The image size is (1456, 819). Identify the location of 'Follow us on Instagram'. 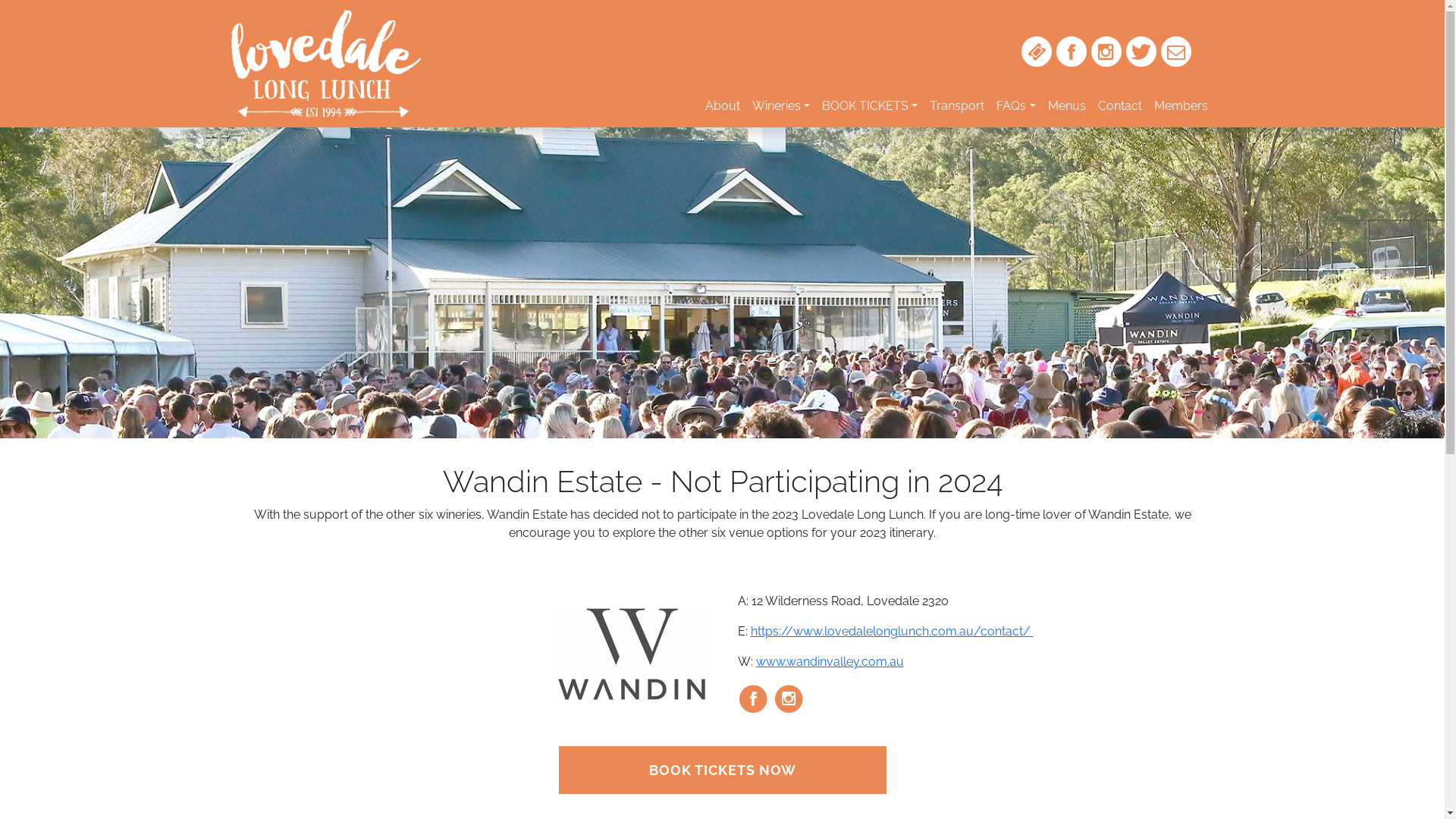
(1106, 51).